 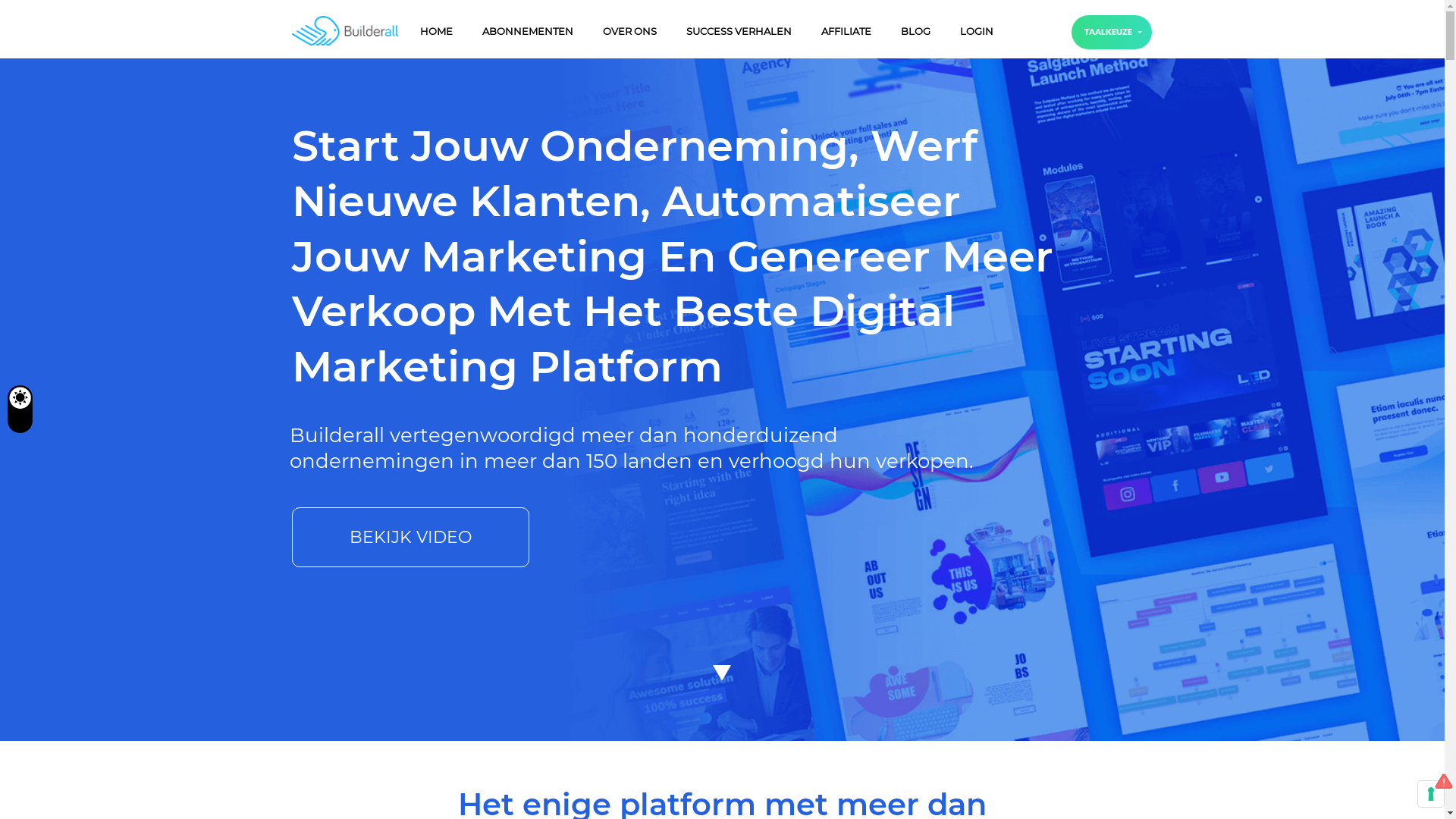 What do you see at coordinates (739, 31) in the screenshot?
I see `'SUCCESS VERHALEN'` at bounding box center [739, 31].